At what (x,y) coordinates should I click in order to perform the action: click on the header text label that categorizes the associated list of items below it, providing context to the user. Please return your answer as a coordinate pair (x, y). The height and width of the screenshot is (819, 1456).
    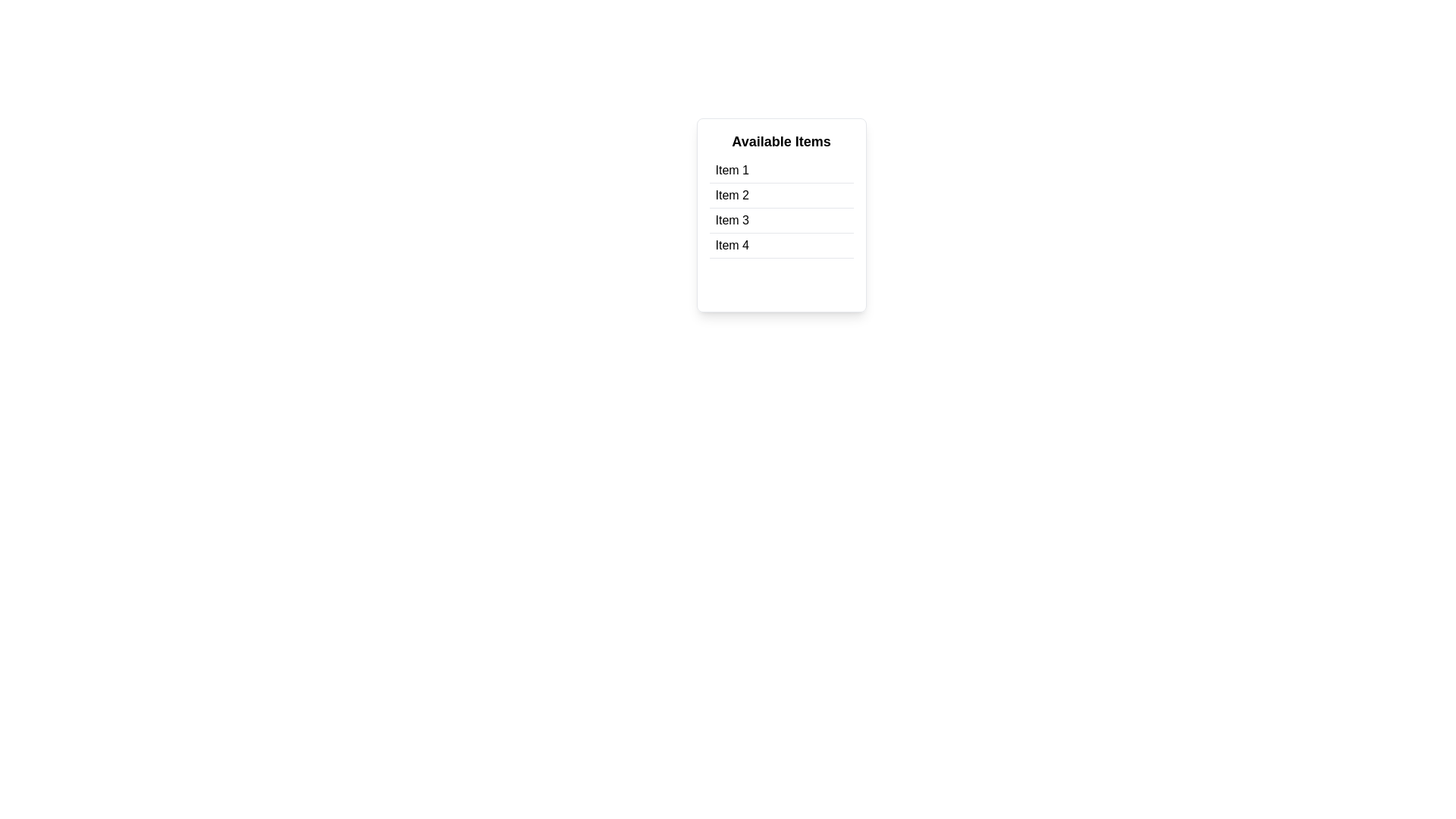
    Looking at the image, I should click on (781, 141).